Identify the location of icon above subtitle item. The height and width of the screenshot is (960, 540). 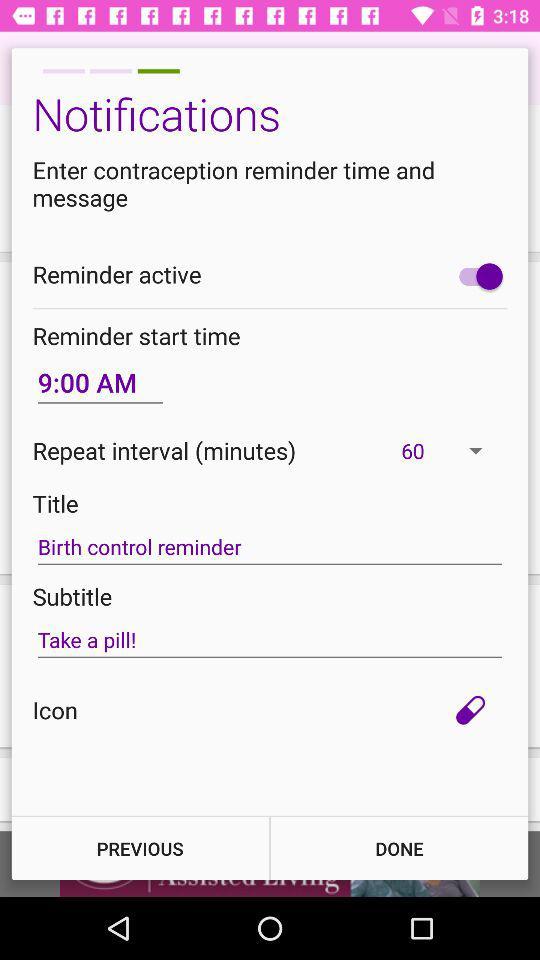
(270, 547).